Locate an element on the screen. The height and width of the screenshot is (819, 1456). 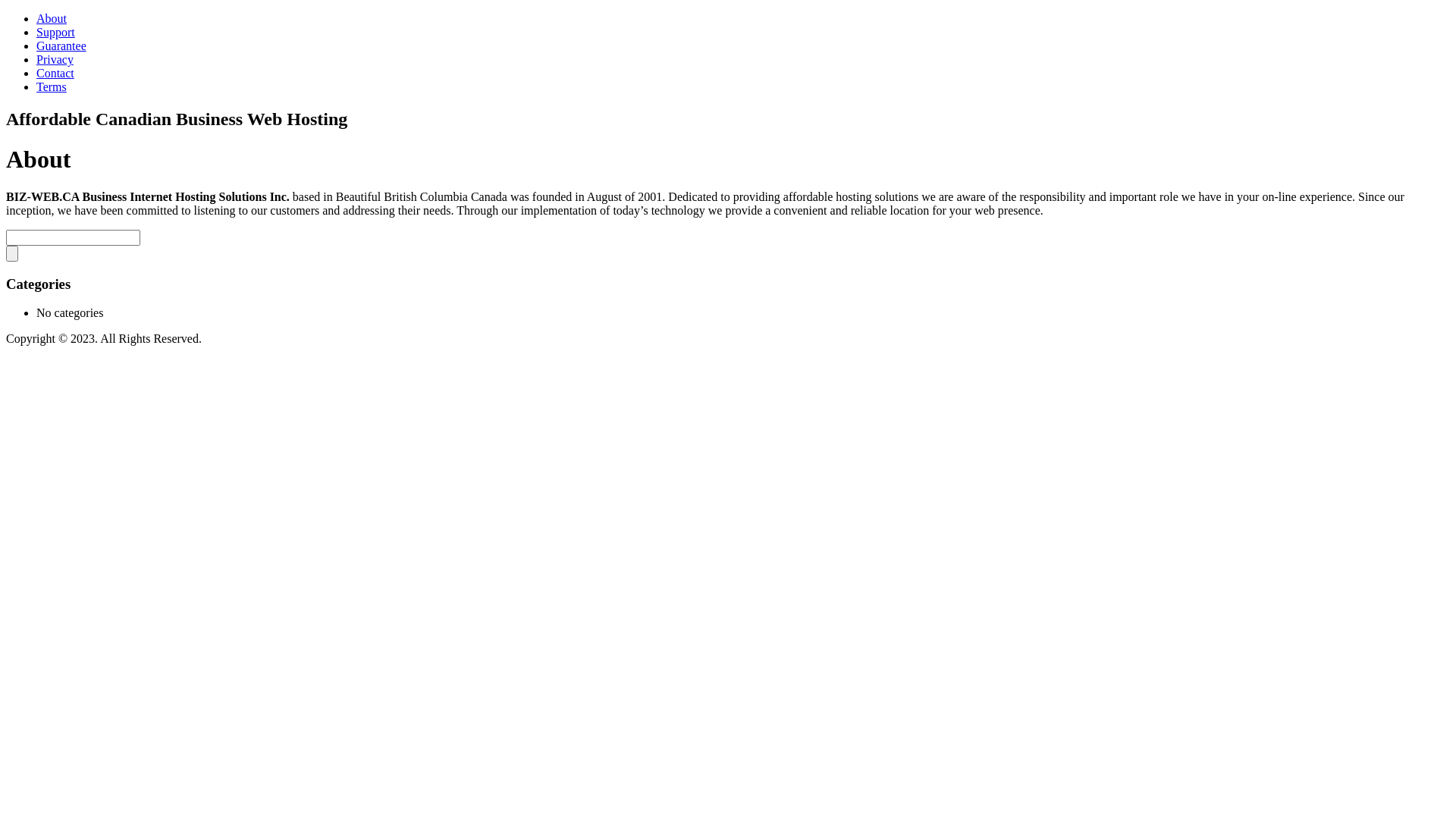
'Privacy' is located at coordinates (55, 58).